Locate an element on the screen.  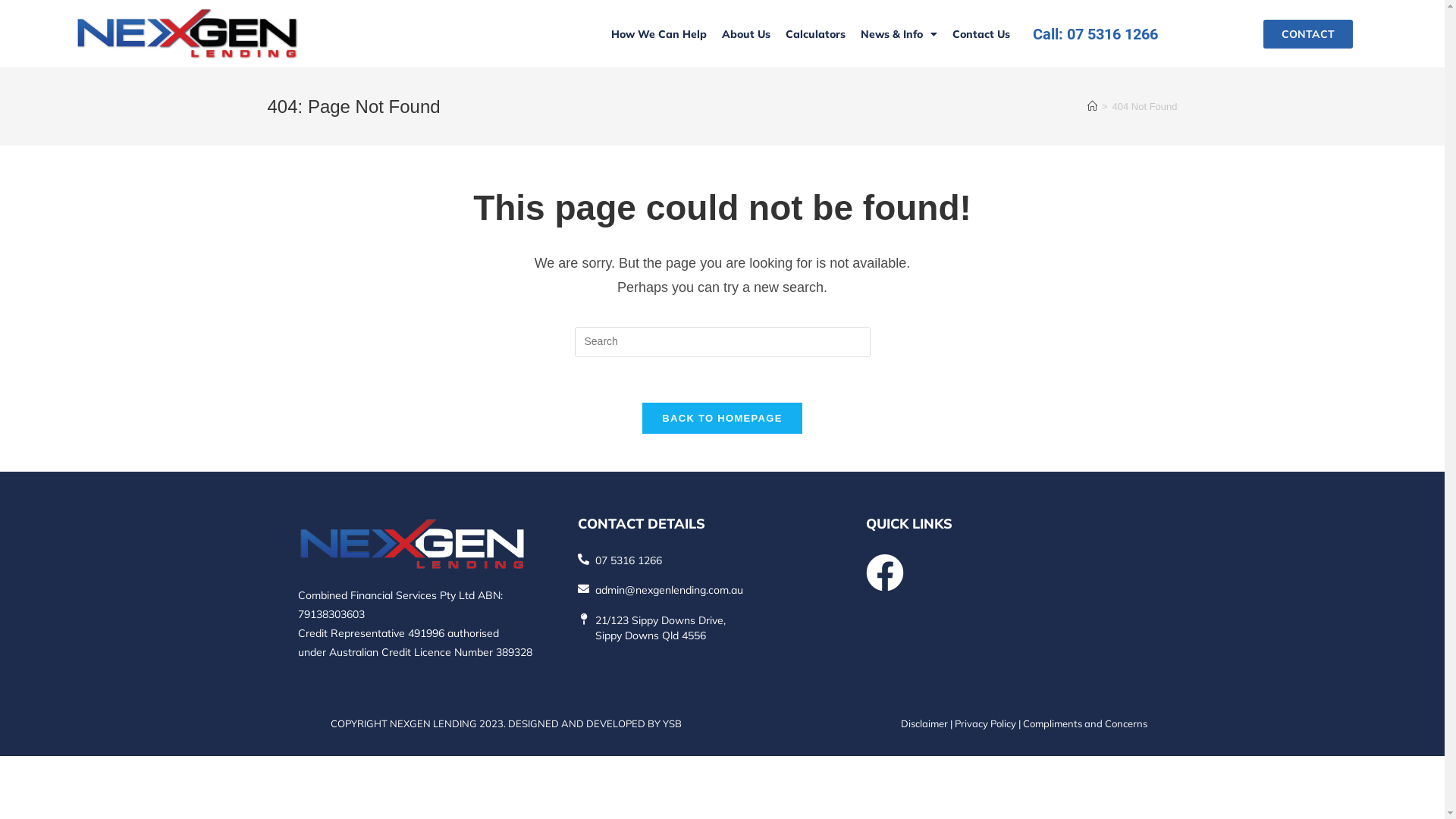
'Privacy Policy' is located at coordinates (984, 722).